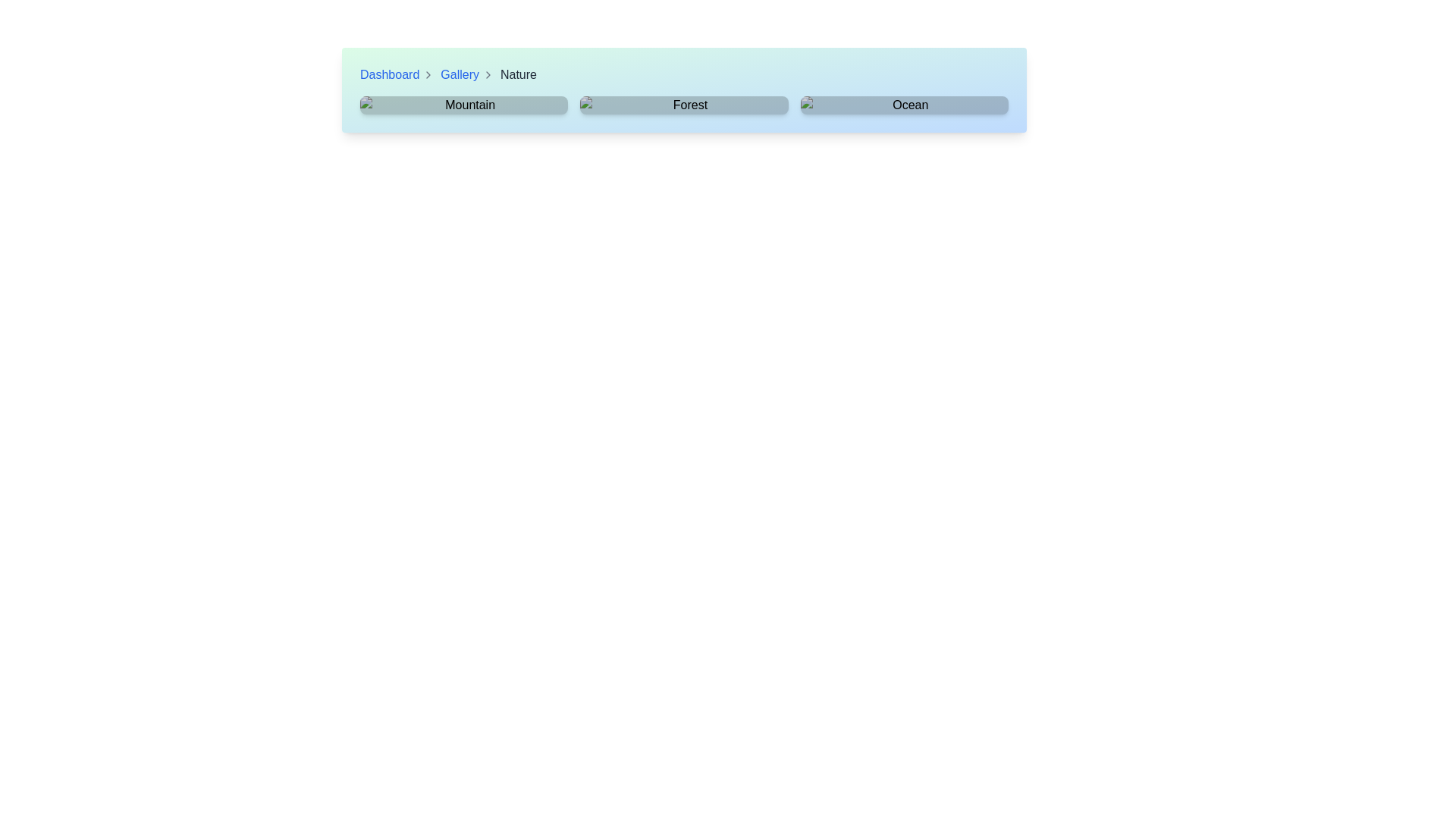 This screenshot has width=1456, height=819. I want to click on the first breadcrumb link with icon that navigates back to the 'Dashboard' section, so click(397, 75).